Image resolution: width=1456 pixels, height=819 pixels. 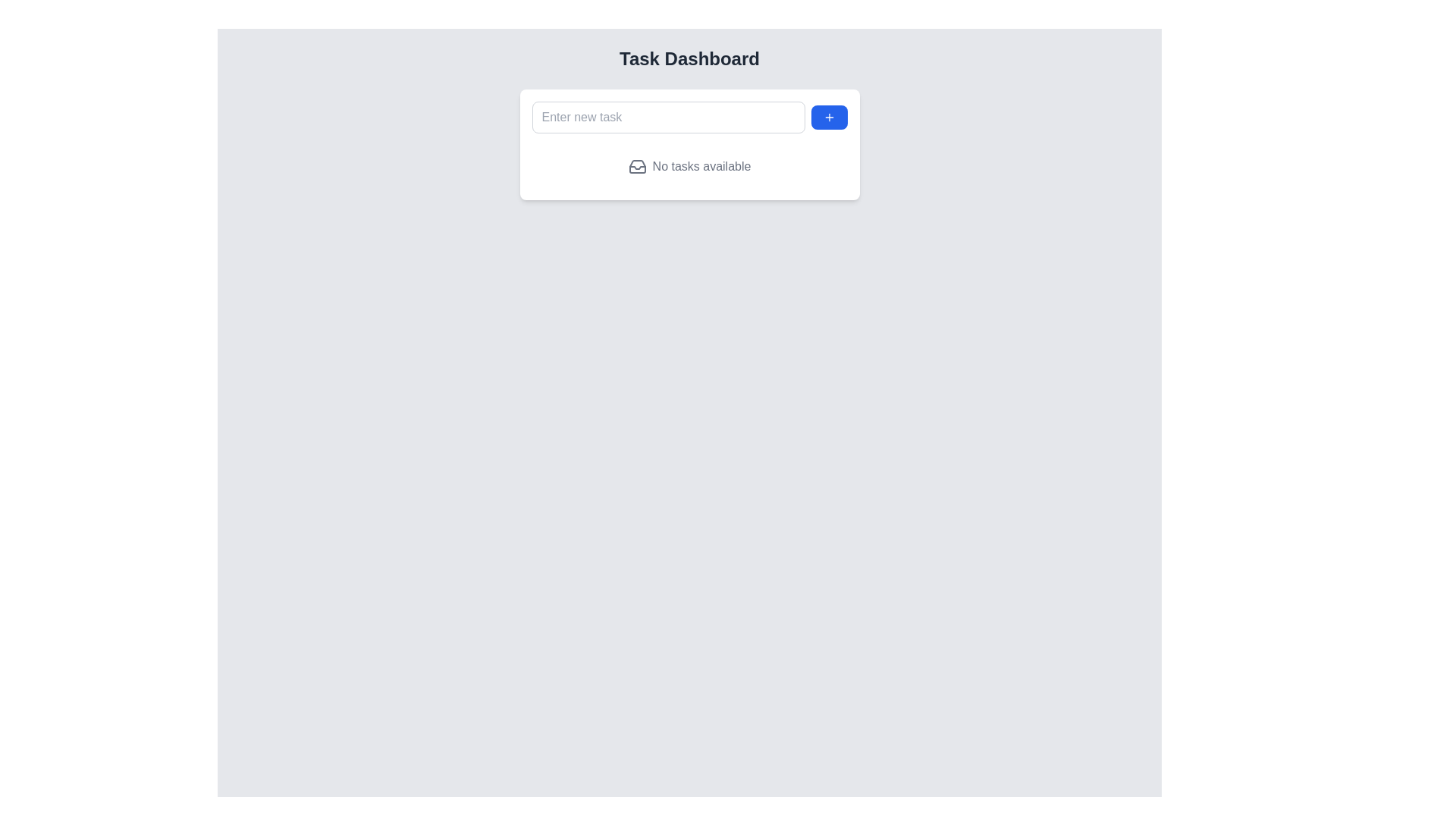 I want to click on text from the Header element labeled 'Task Dashboard', which is prominently styled with bold and enlarged font, centered near the top of the interface, so click(x=689, y=58).